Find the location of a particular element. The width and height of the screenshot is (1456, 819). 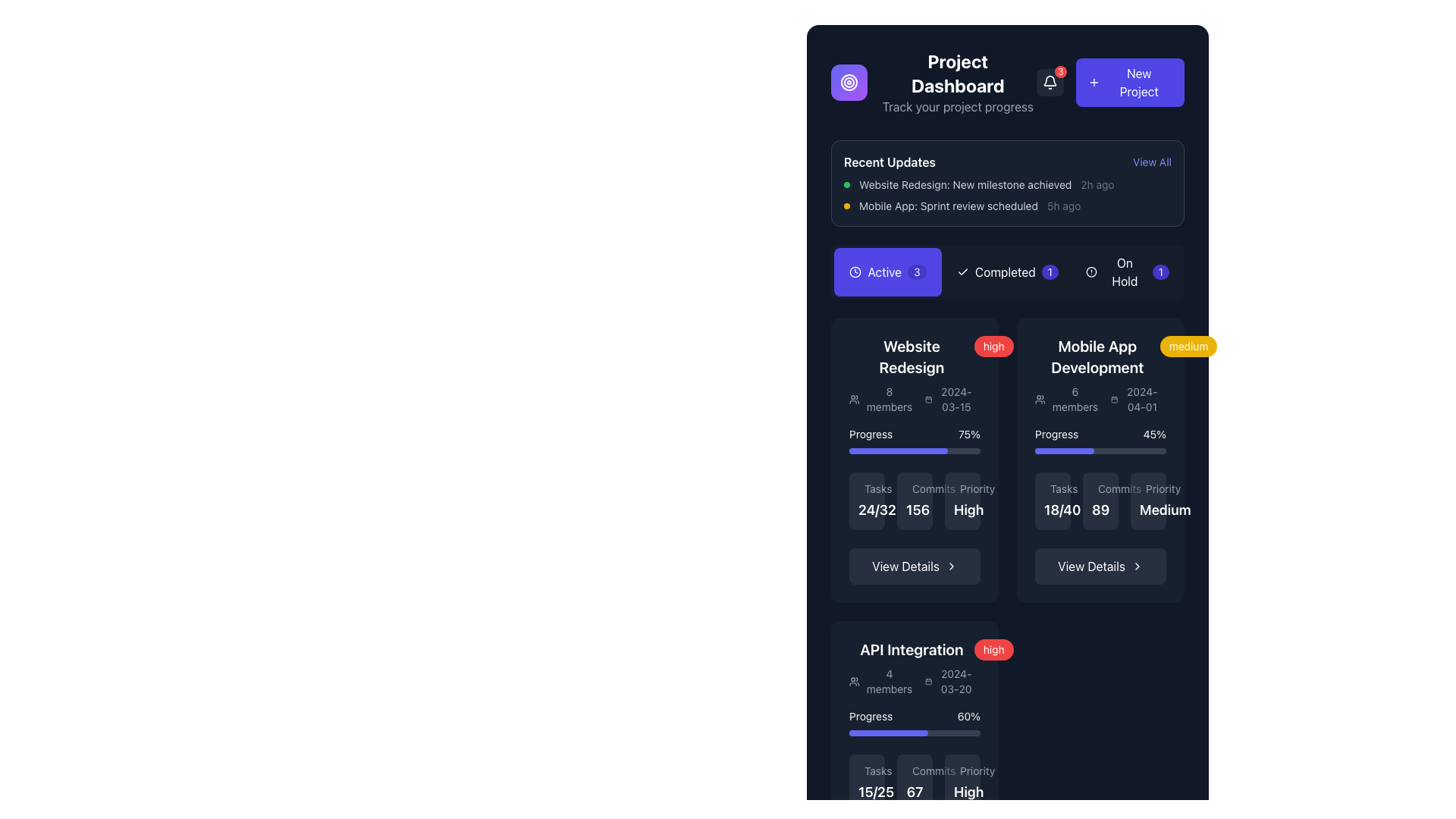

project details from the 'Website Redesign' text and icon display component located in the first slot of the Active tasks section is located at coordinates (911, 375).